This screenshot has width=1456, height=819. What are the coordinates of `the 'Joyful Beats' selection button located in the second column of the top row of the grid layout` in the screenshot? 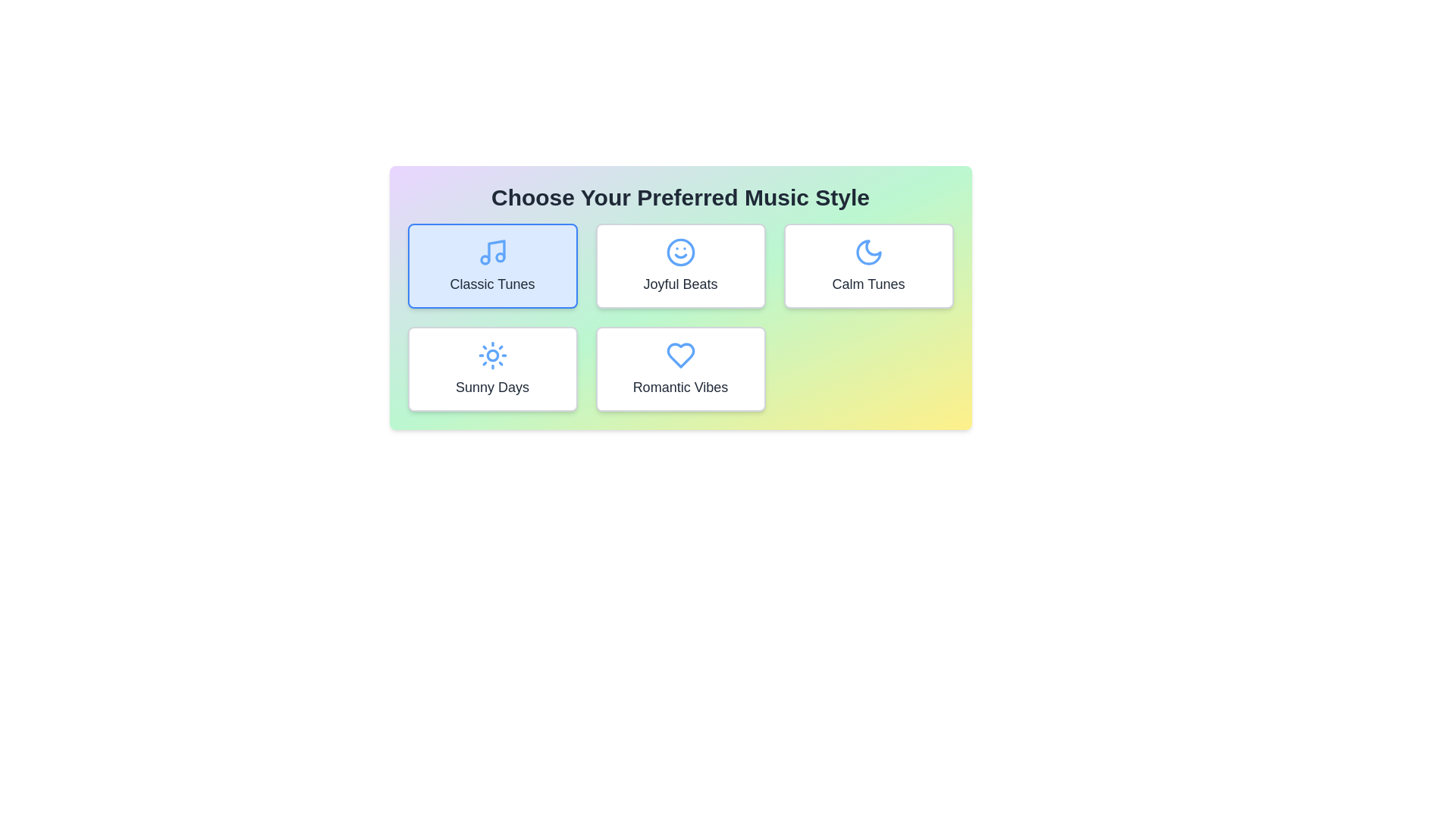 It's located at (679, 265).